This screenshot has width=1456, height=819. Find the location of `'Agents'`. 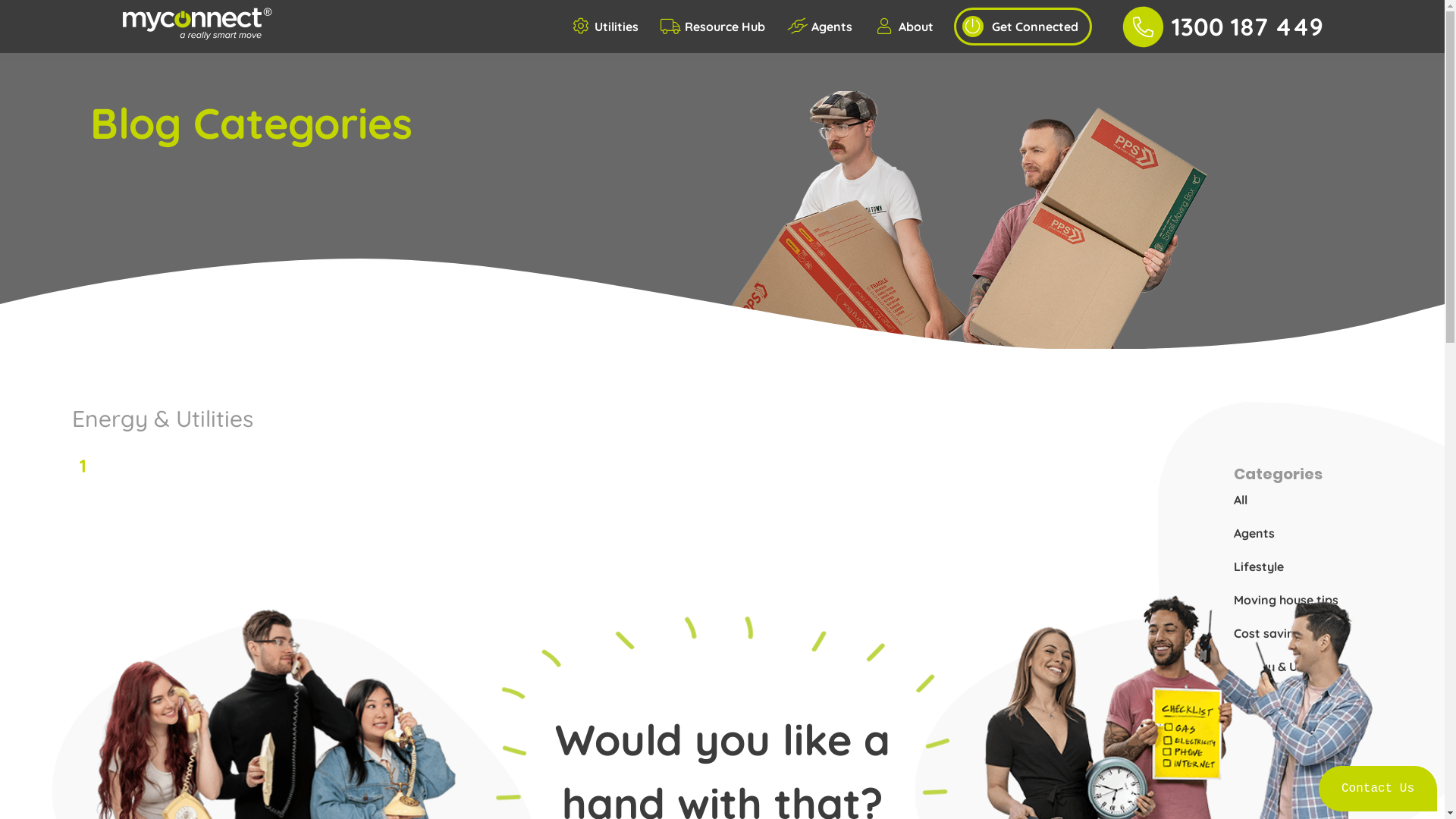

'Agents' is located at coordinates (1254, 532).